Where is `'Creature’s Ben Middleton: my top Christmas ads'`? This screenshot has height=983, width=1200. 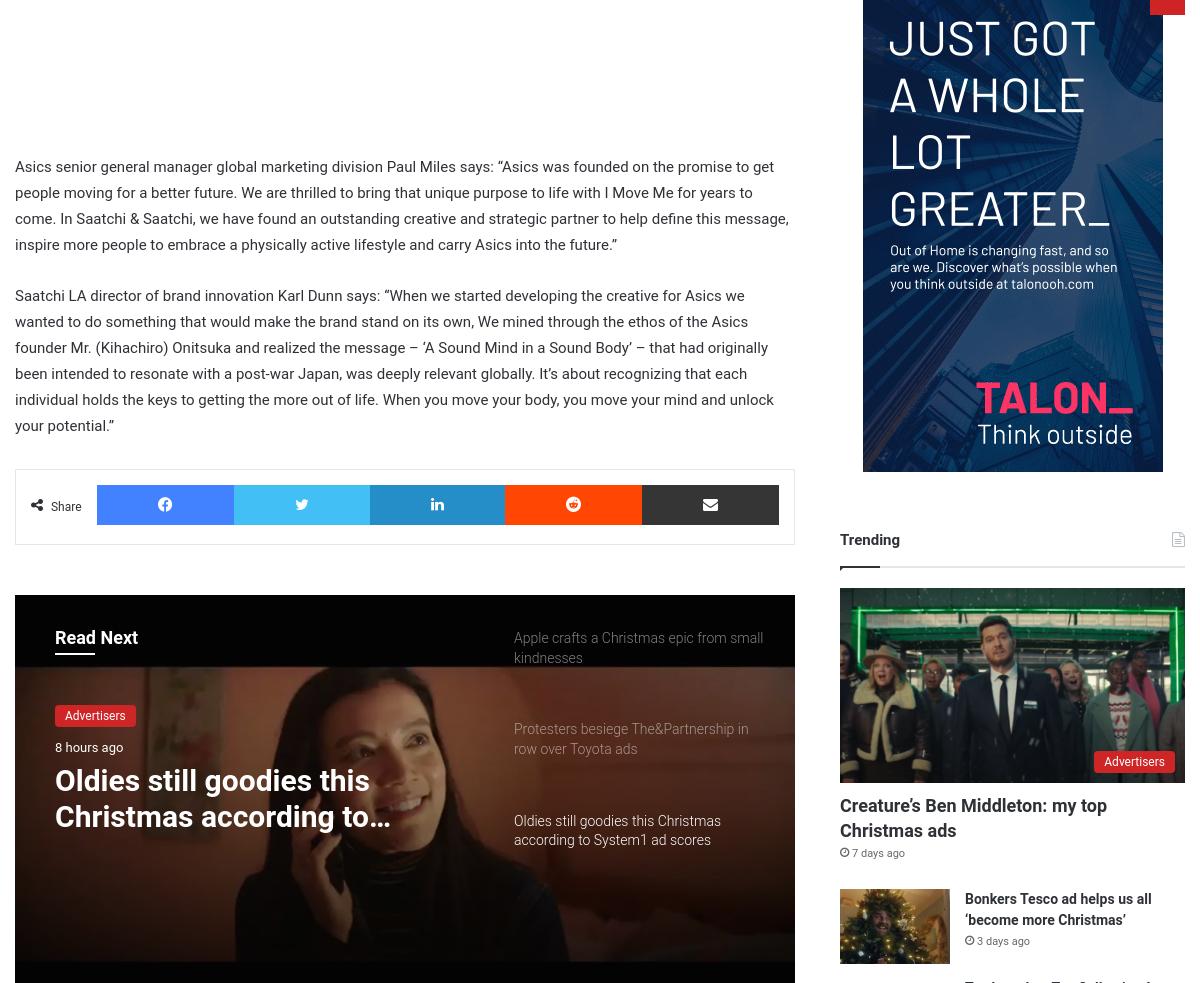 'Creature’s Ben Middleton: my top Christmas ads' is located at coordinates (973, 816).